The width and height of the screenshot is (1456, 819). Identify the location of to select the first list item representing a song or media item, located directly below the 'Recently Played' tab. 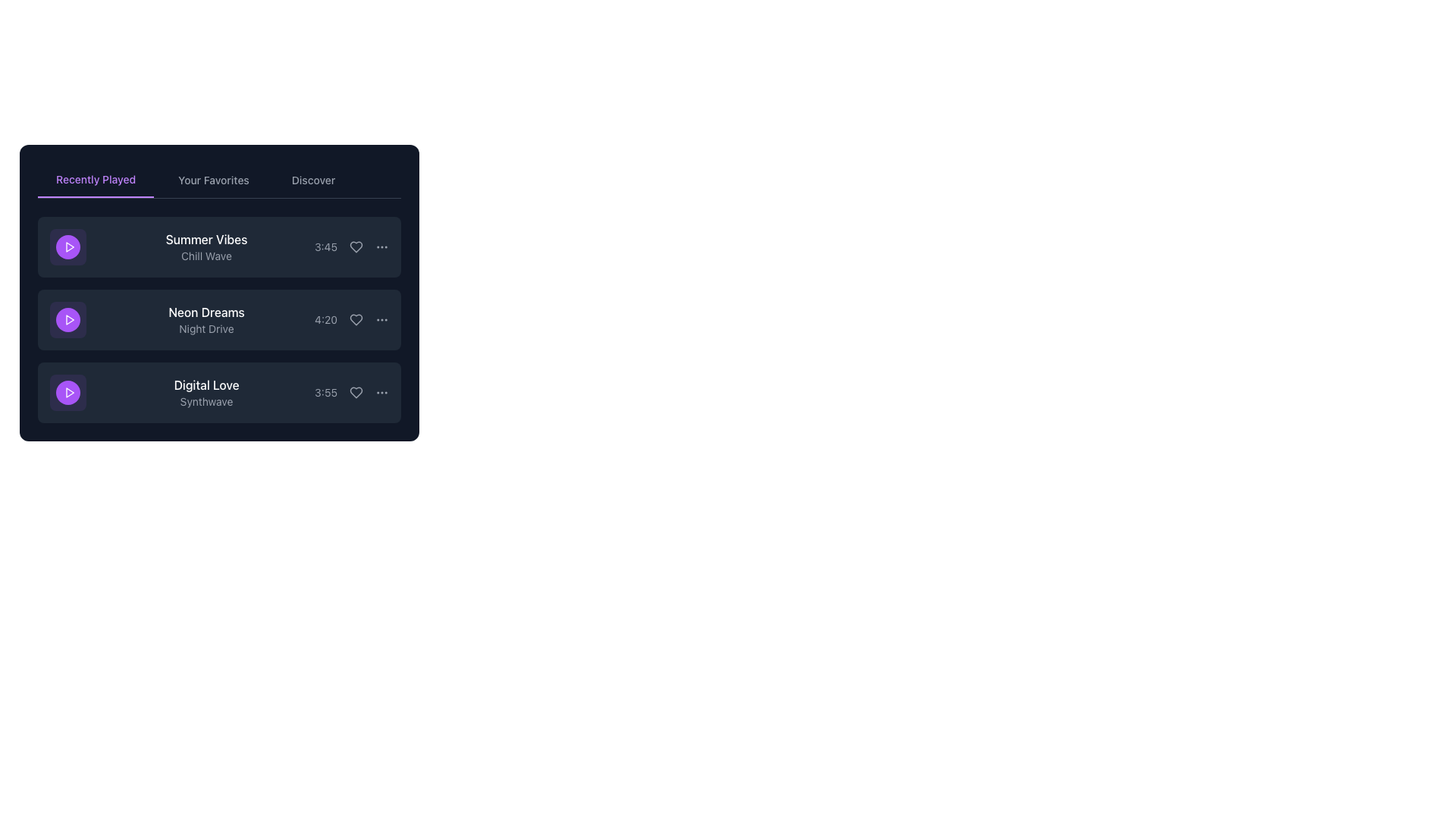
(218, 246).